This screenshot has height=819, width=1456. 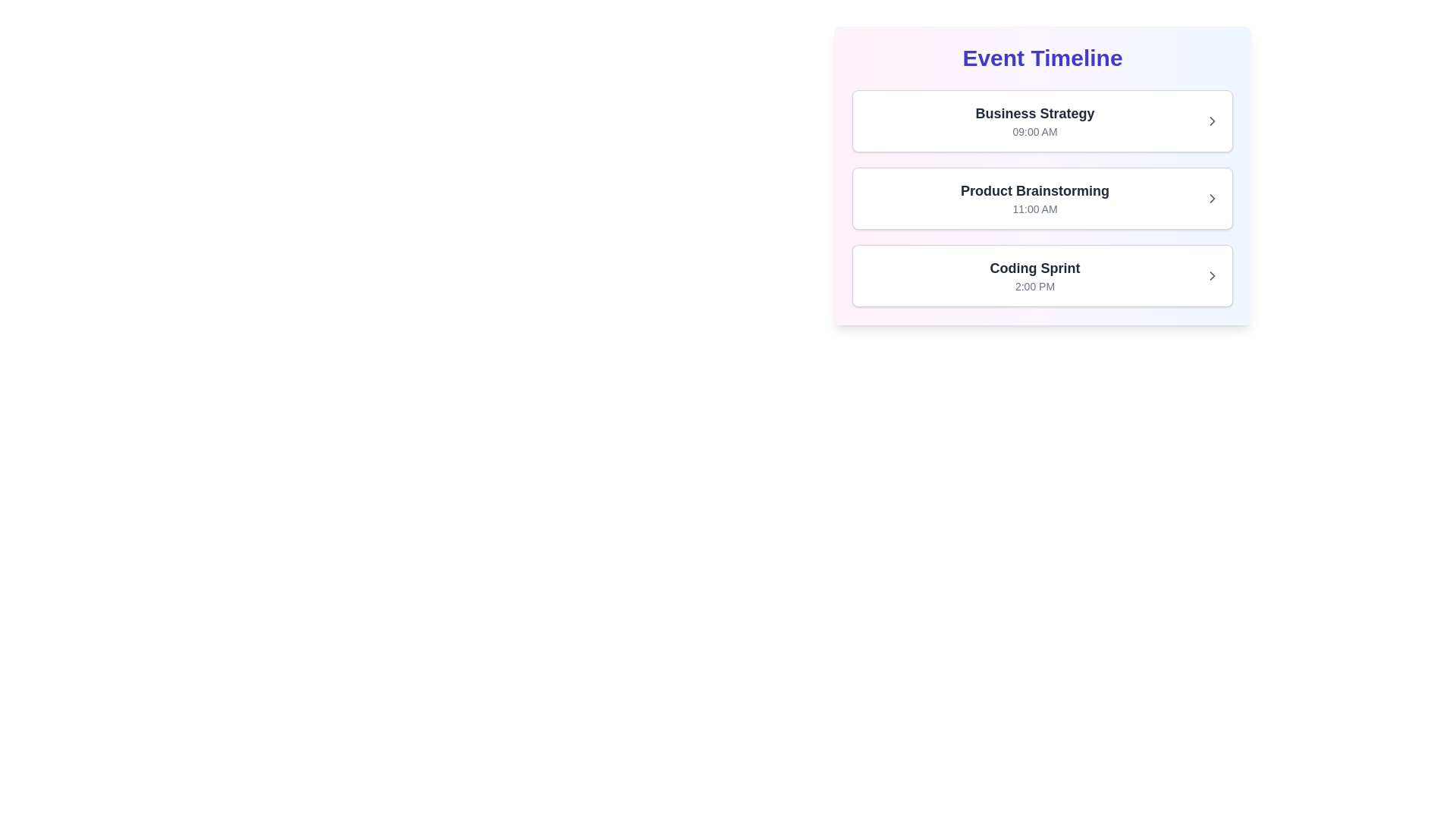 I want to click on the text label displaying '09:00 AM' that is light gray and located below the heading 'Business Strategy' within the event timeline card, so click(x=1034, y=130).